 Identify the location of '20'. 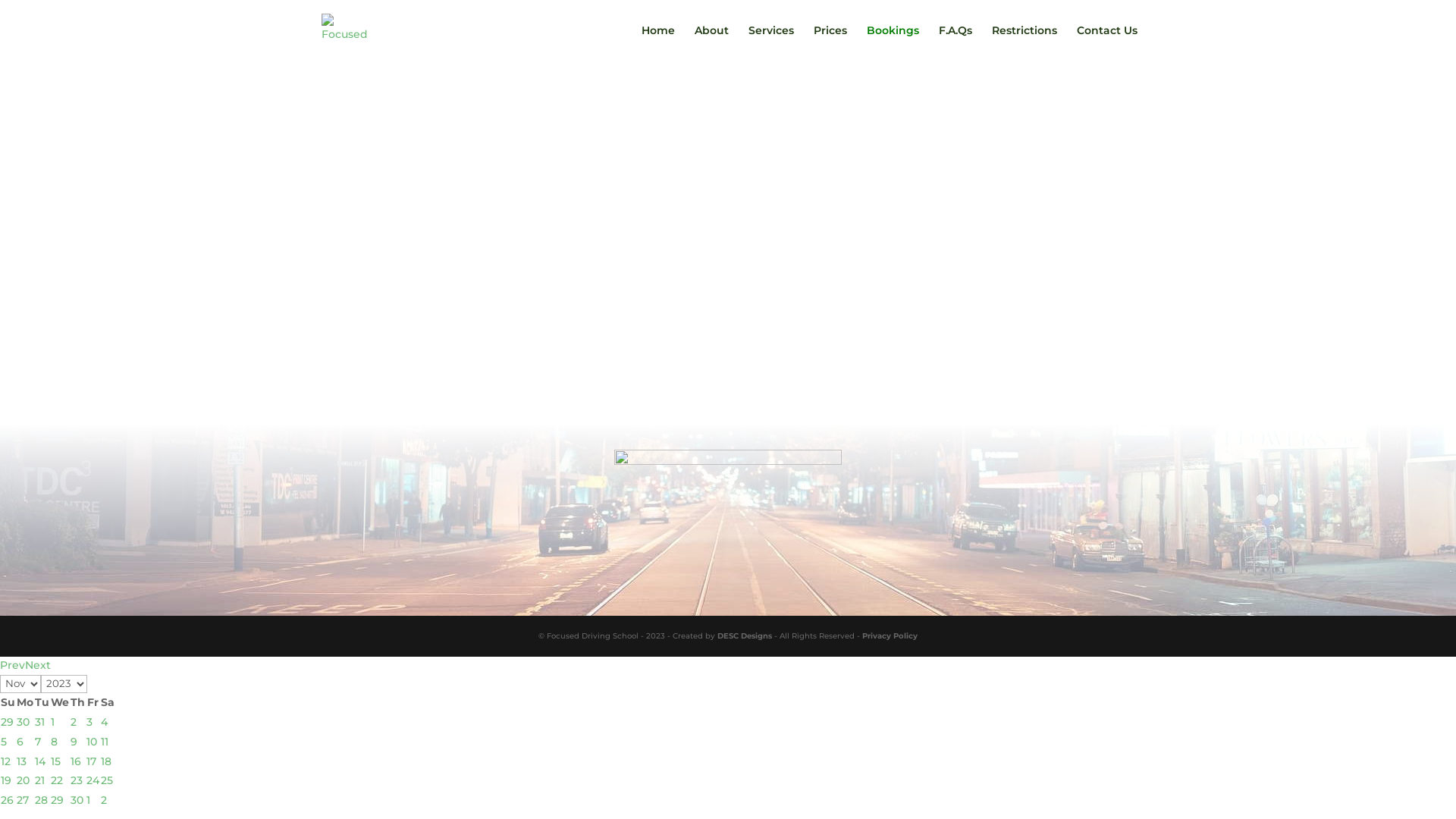
(17, 780).